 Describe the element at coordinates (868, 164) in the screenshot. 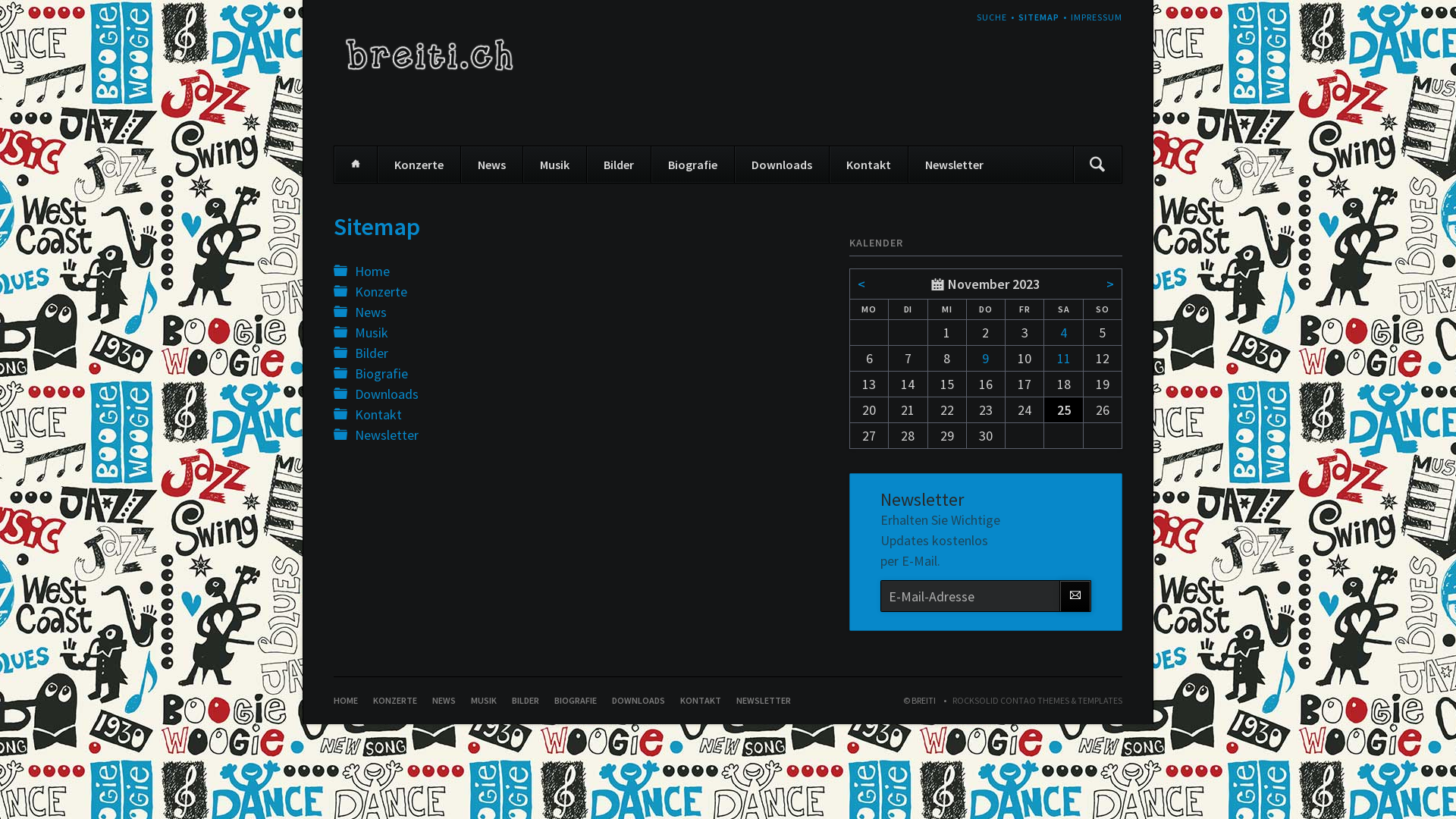

I see `'Kontakt'` at that location.